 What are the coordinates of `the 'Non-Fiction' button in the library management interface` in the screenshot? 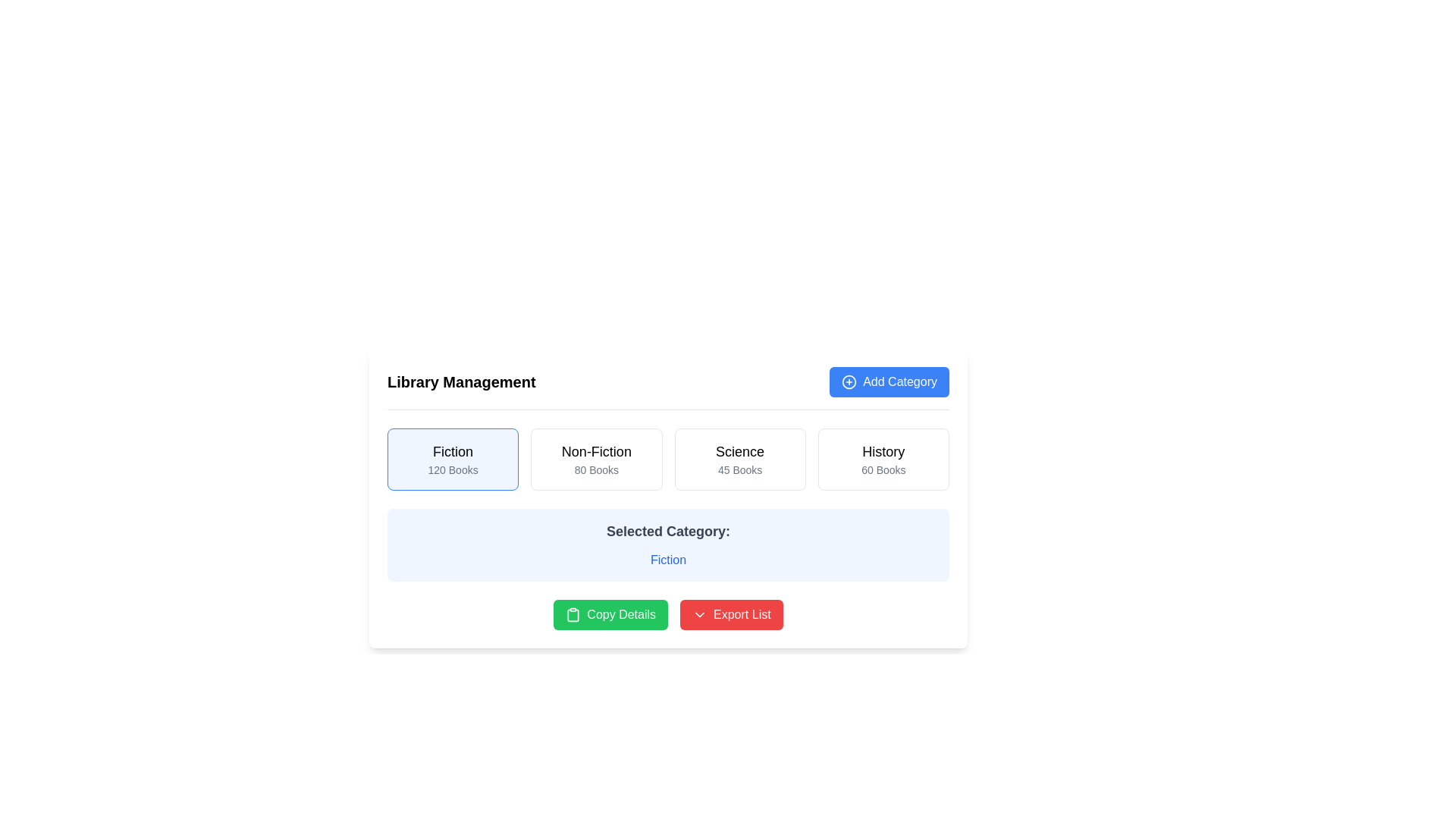 It's located at (595, 458).